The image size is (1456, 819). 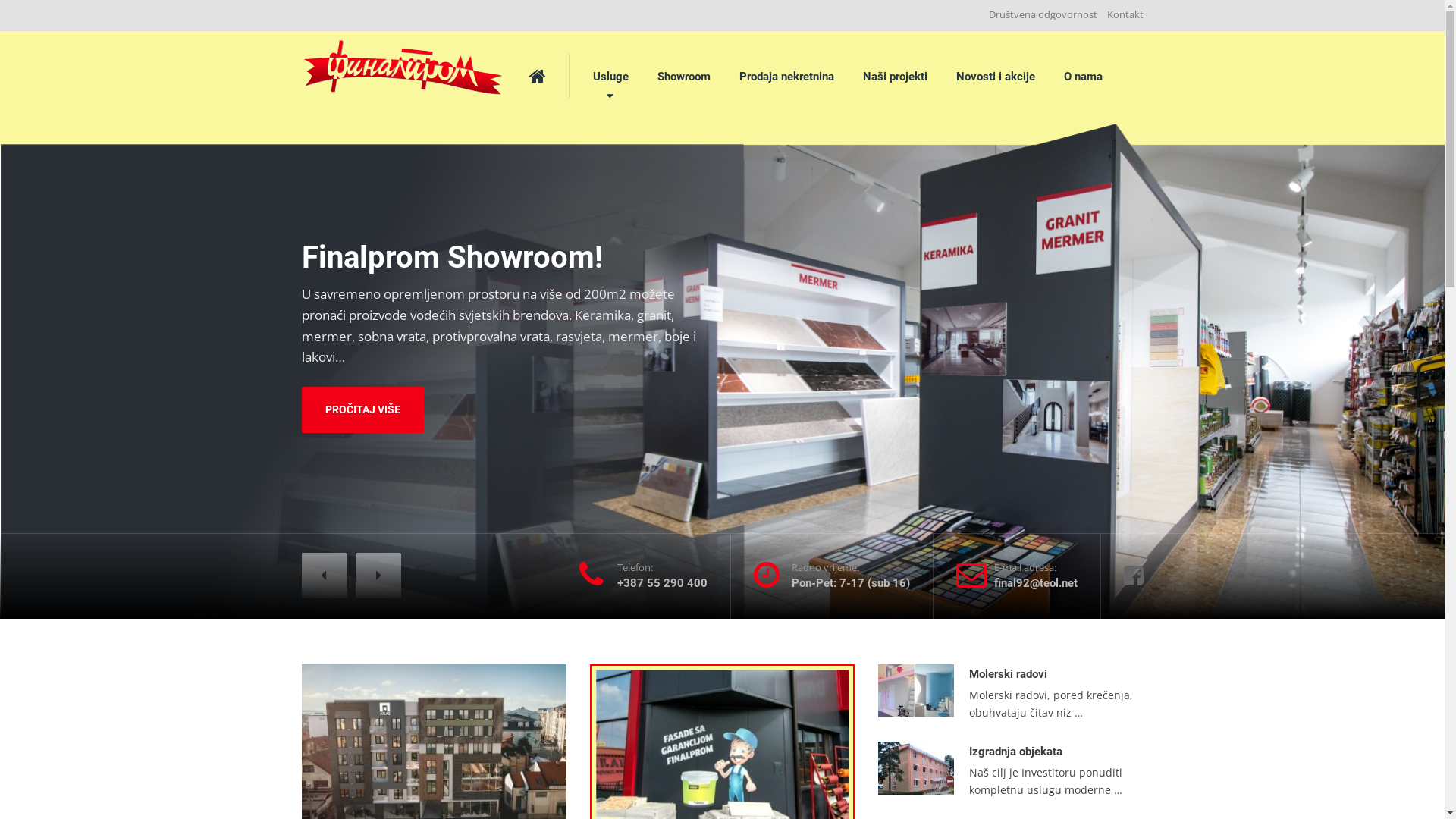 I want to click on 'O nama', so click(x=1082, y=76).